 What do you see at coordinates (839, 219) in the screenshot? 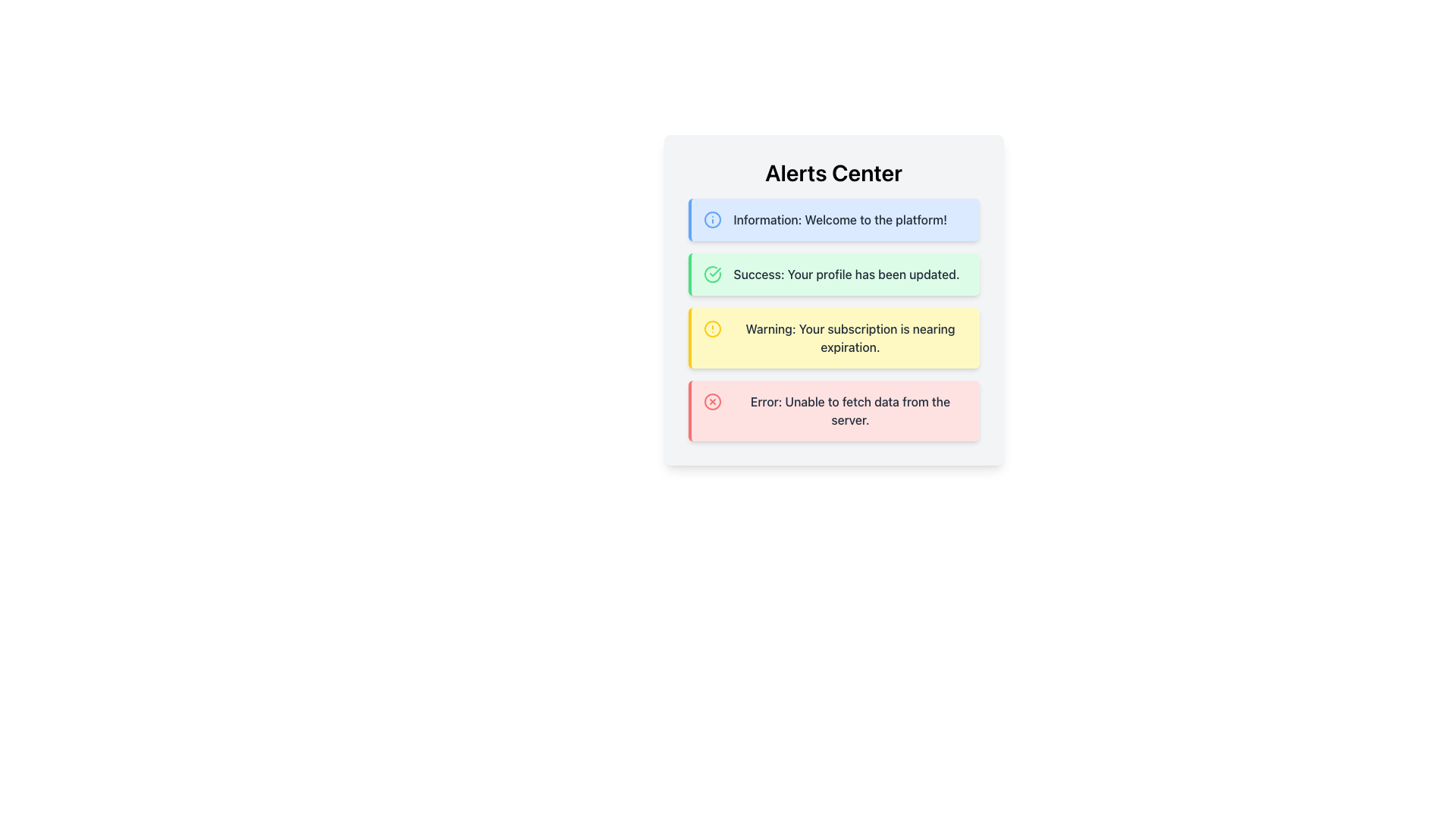
I see `message displayed in the text label that shows 'Information: Welcome to the platform!' located in the topmost notification card of the 'Alerts Center' section` at bounding box center [839, 219].